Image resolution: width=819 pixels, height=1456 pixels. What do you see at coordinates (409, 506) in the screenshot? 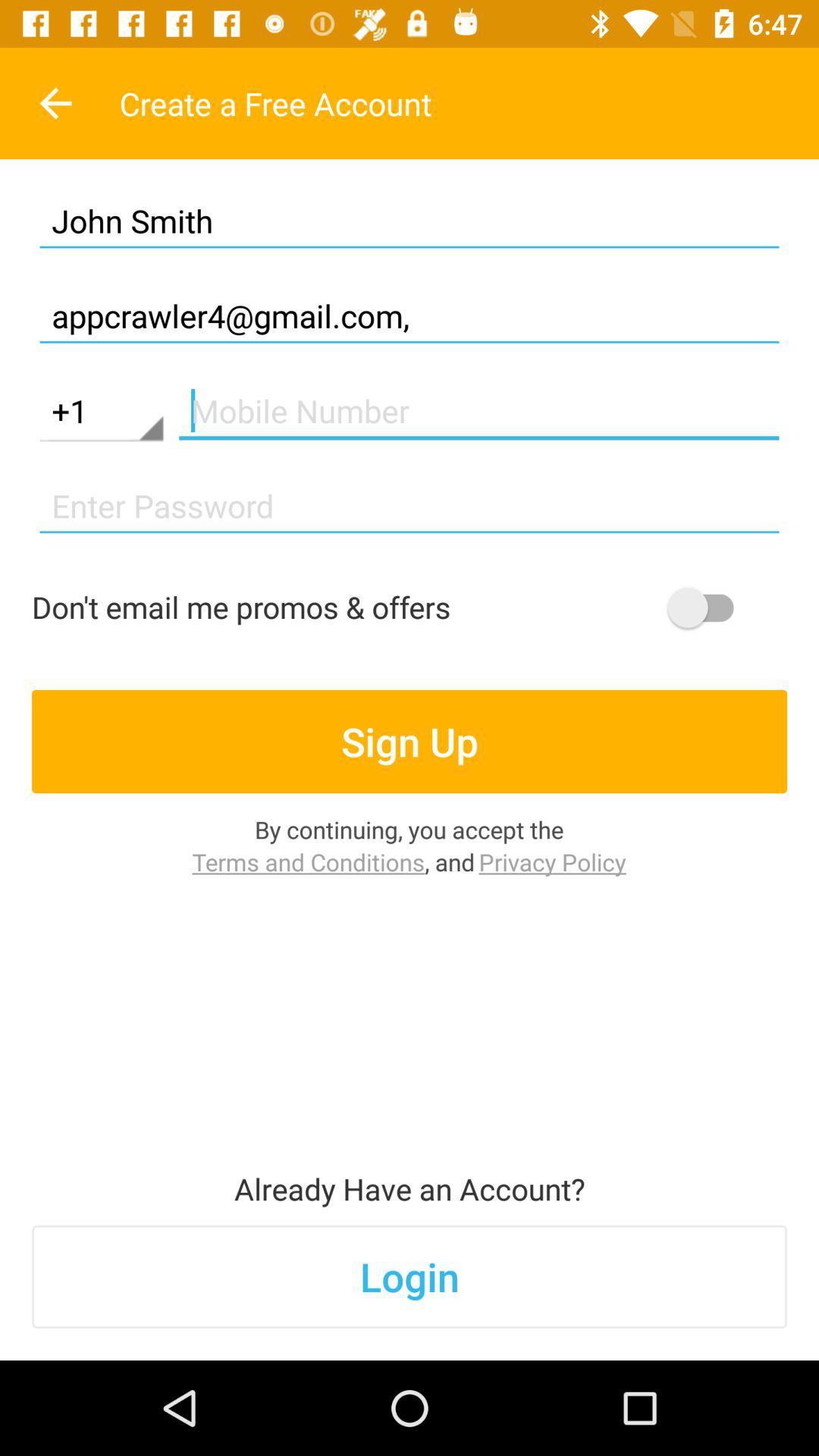
I see `password` at bounding box center [409, 506].